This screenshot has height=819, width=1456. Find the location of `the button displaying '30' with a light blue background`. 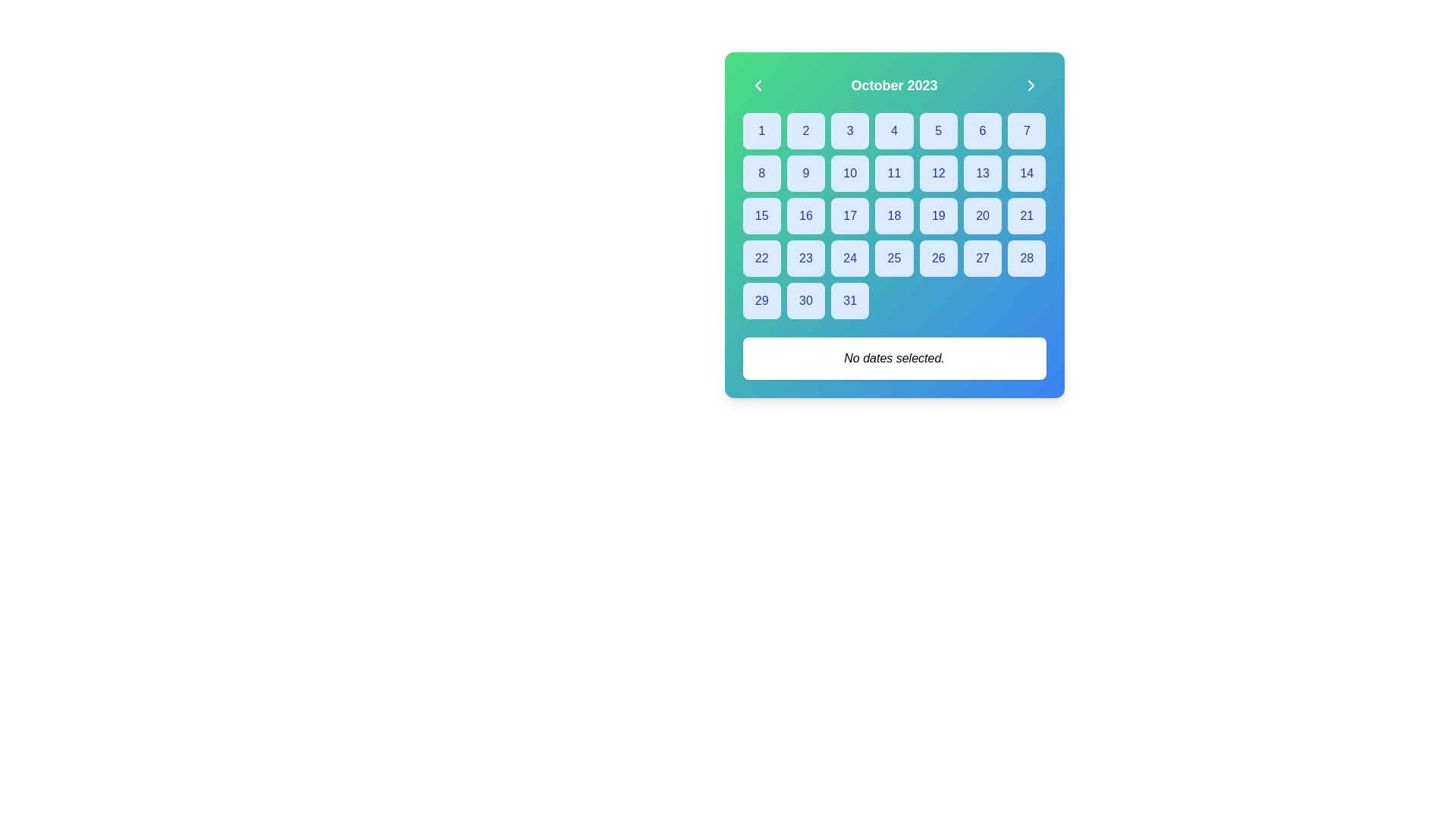

the button displaying '30' with a light blue background is located at coordinates (805, 301).